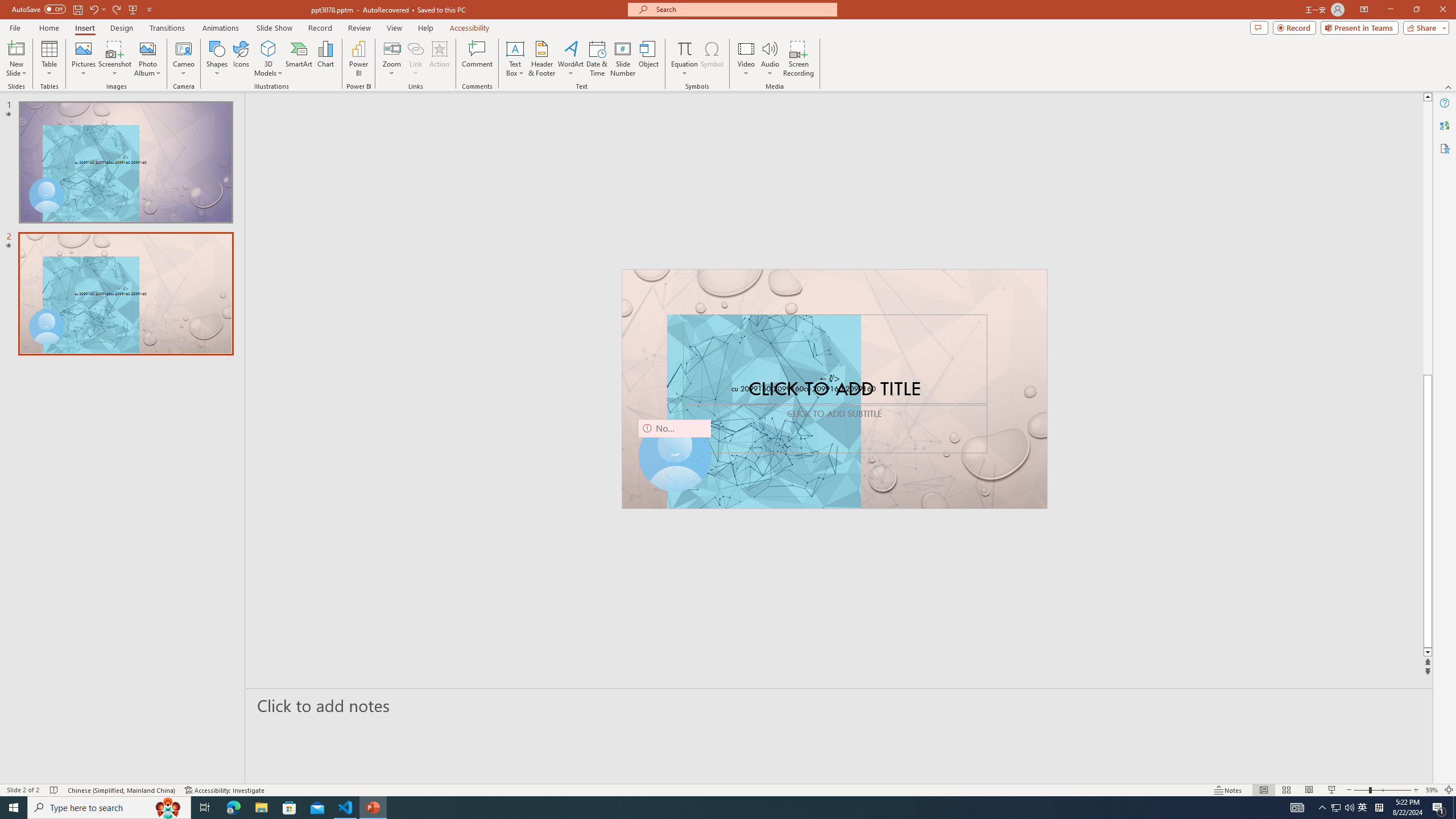 This screenshot has width=1456, height=819. I want to click on 'New Photo Album...', so click(147, 48).